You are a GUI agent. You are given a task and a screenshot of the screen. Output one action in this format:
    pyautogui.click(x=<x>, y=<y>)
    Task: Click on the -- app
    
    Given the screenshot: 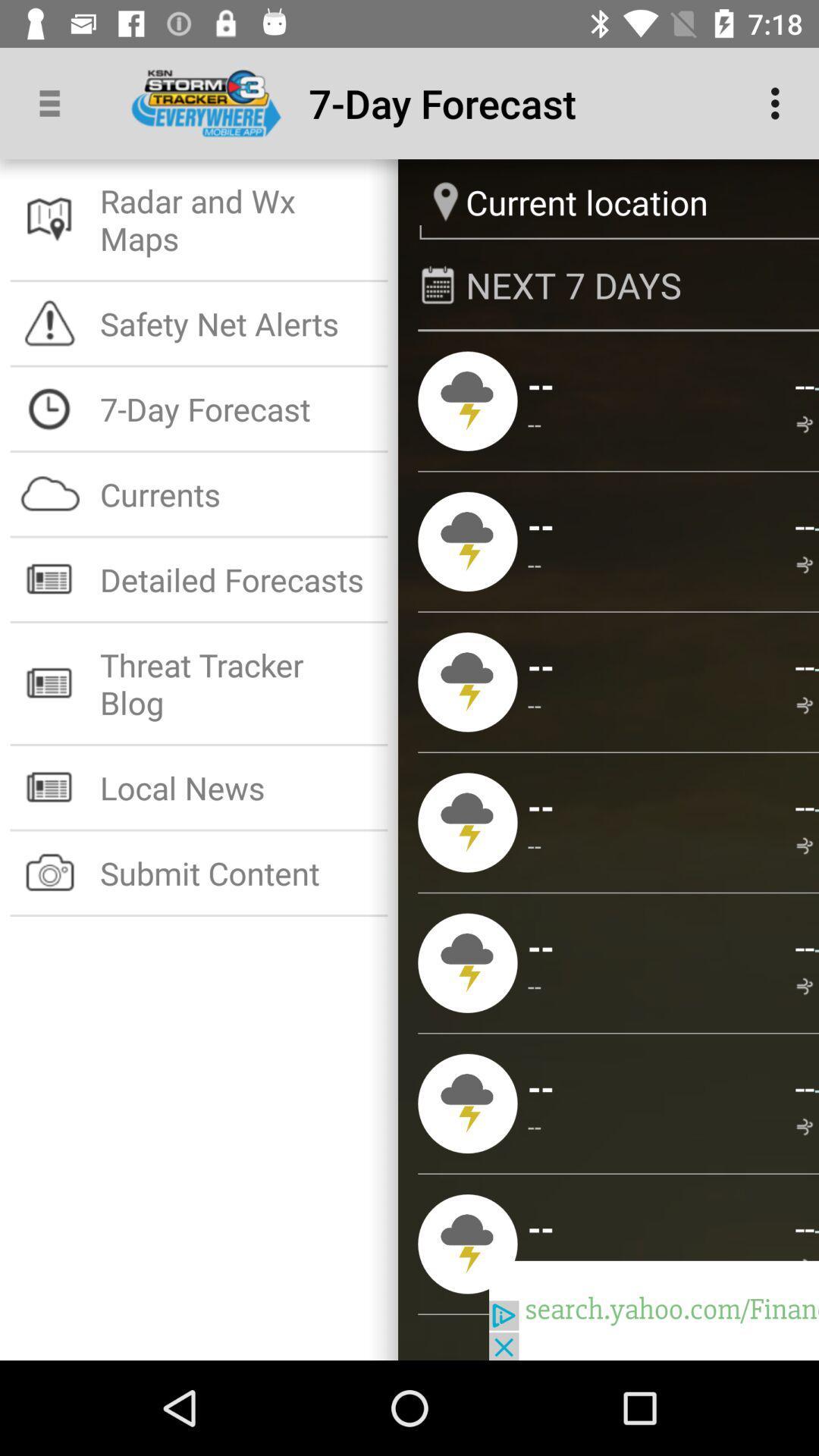 What is the action you would take?
    pyautogui.click(x=804, y=525)
    